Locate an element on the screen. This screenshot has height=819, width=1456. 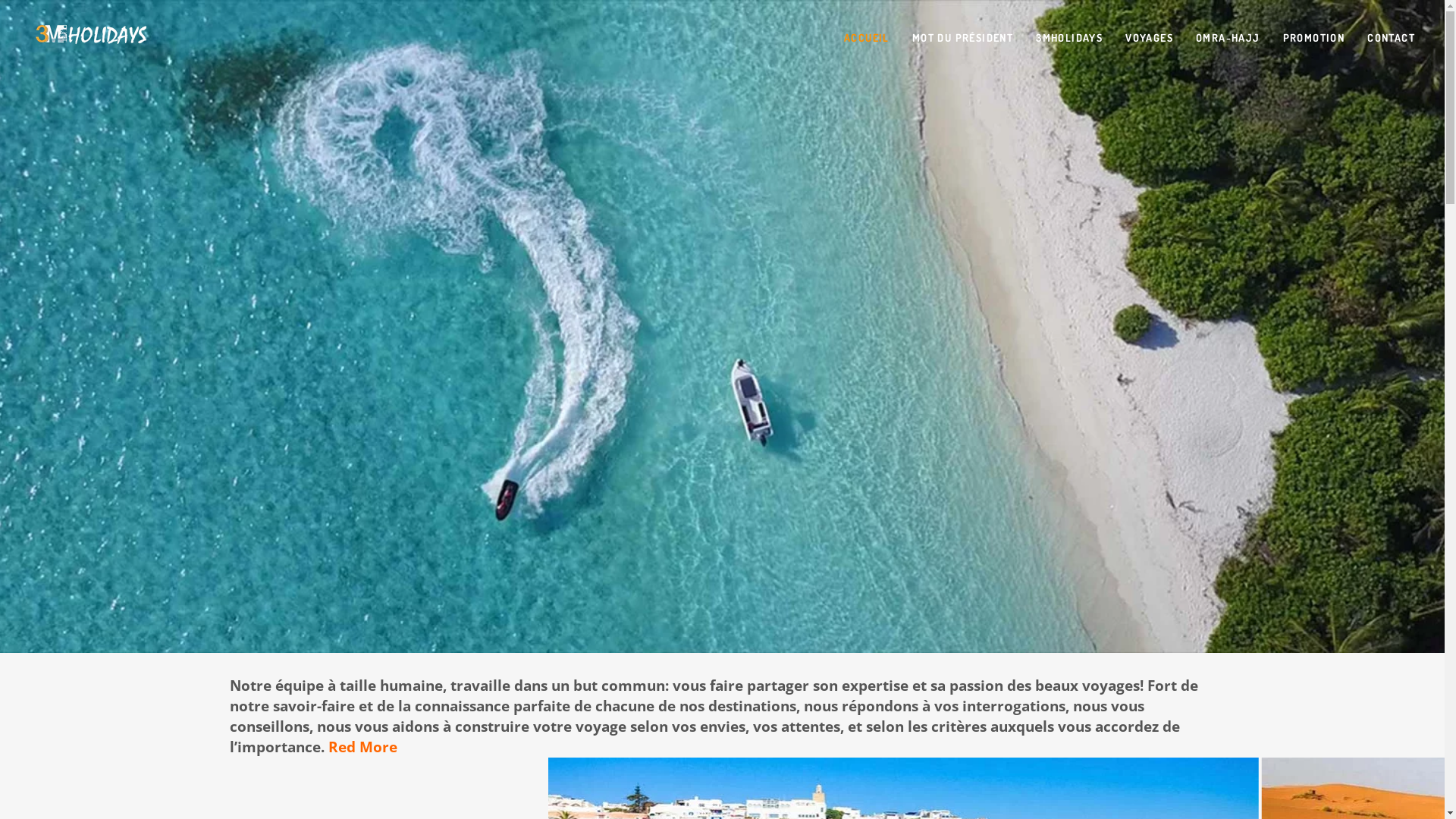
'3MHOLIDAYS' is located at coordinates (1068, 37).